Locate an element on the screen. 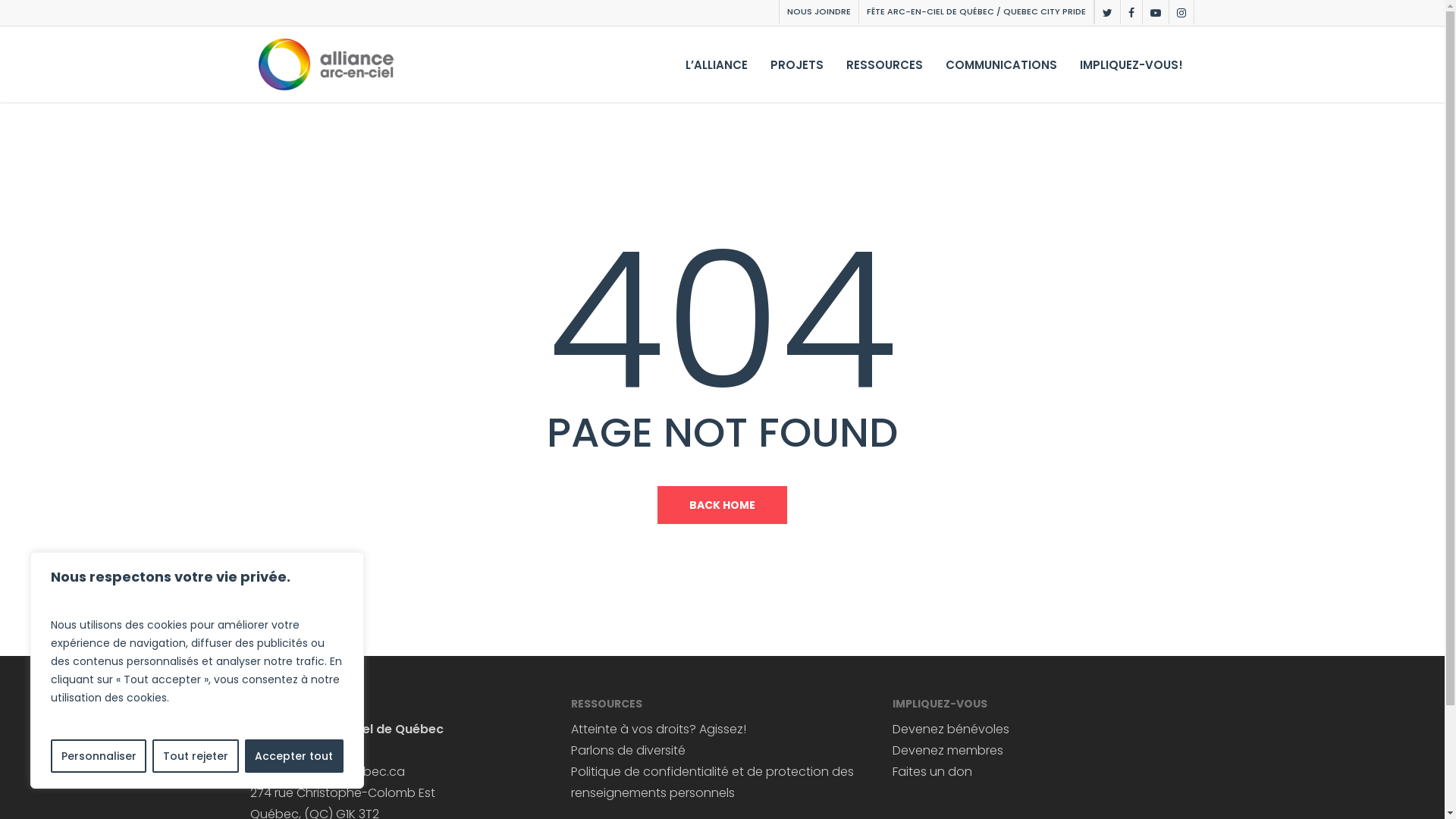 This screenshot has width=1456, height=819. 'COMMUNICATIONS' is located at coordinates (934, 64).